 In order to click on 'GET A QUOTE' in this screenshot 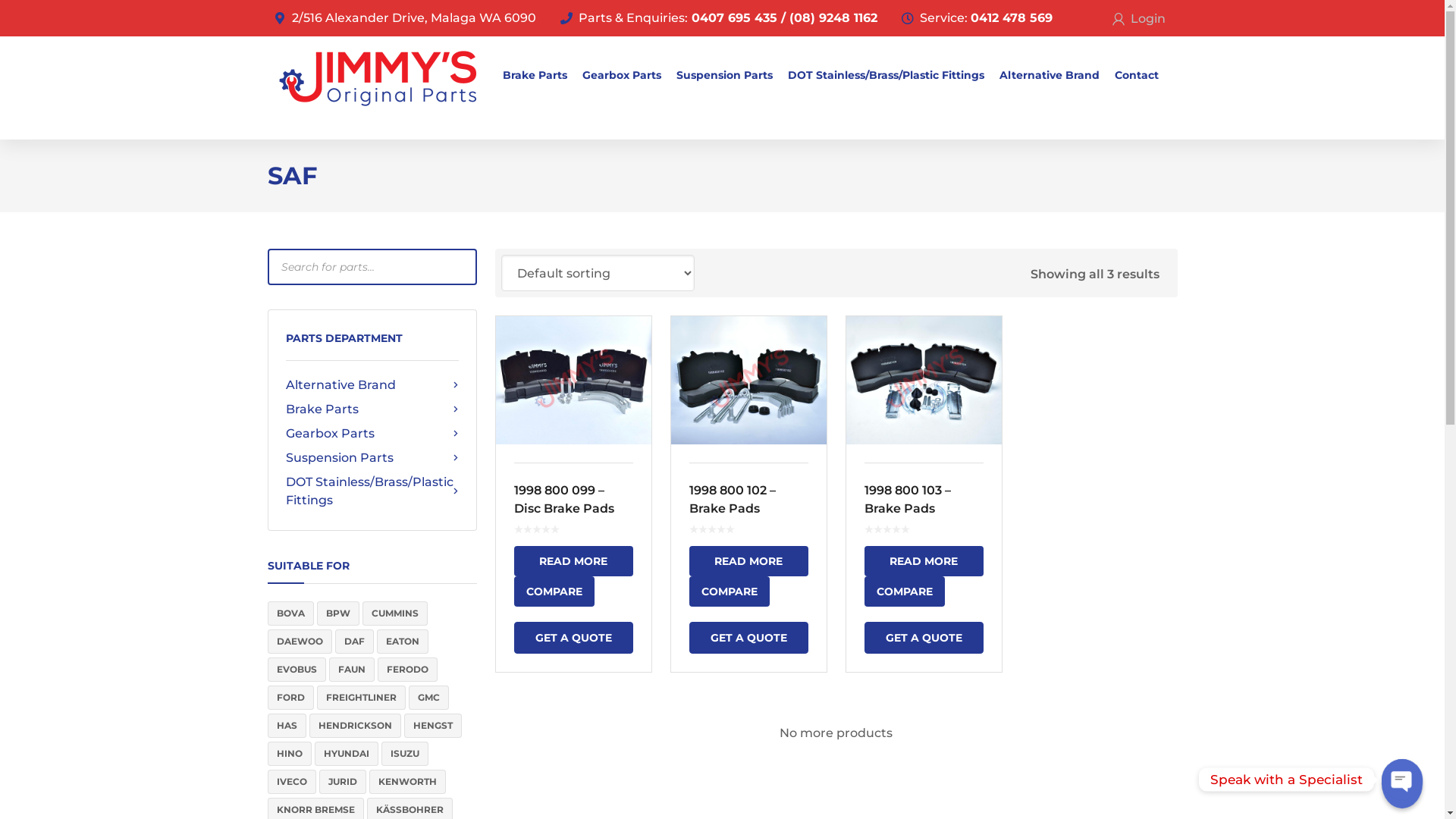, I will do `click(748, 637)`.